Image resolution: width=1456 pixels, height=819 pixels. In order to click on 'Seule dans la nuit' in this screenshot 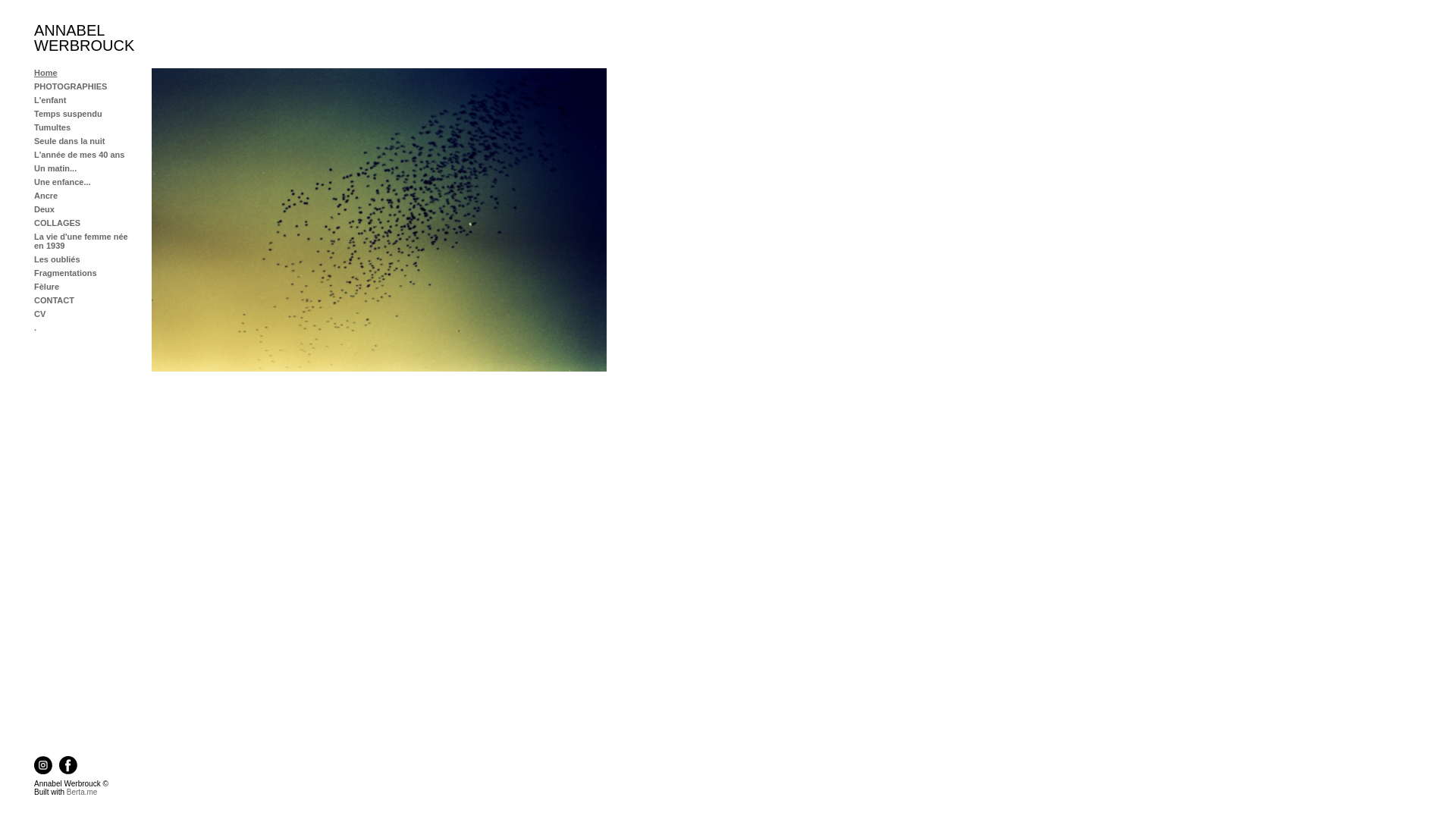, I will do `click(68, 140)`.